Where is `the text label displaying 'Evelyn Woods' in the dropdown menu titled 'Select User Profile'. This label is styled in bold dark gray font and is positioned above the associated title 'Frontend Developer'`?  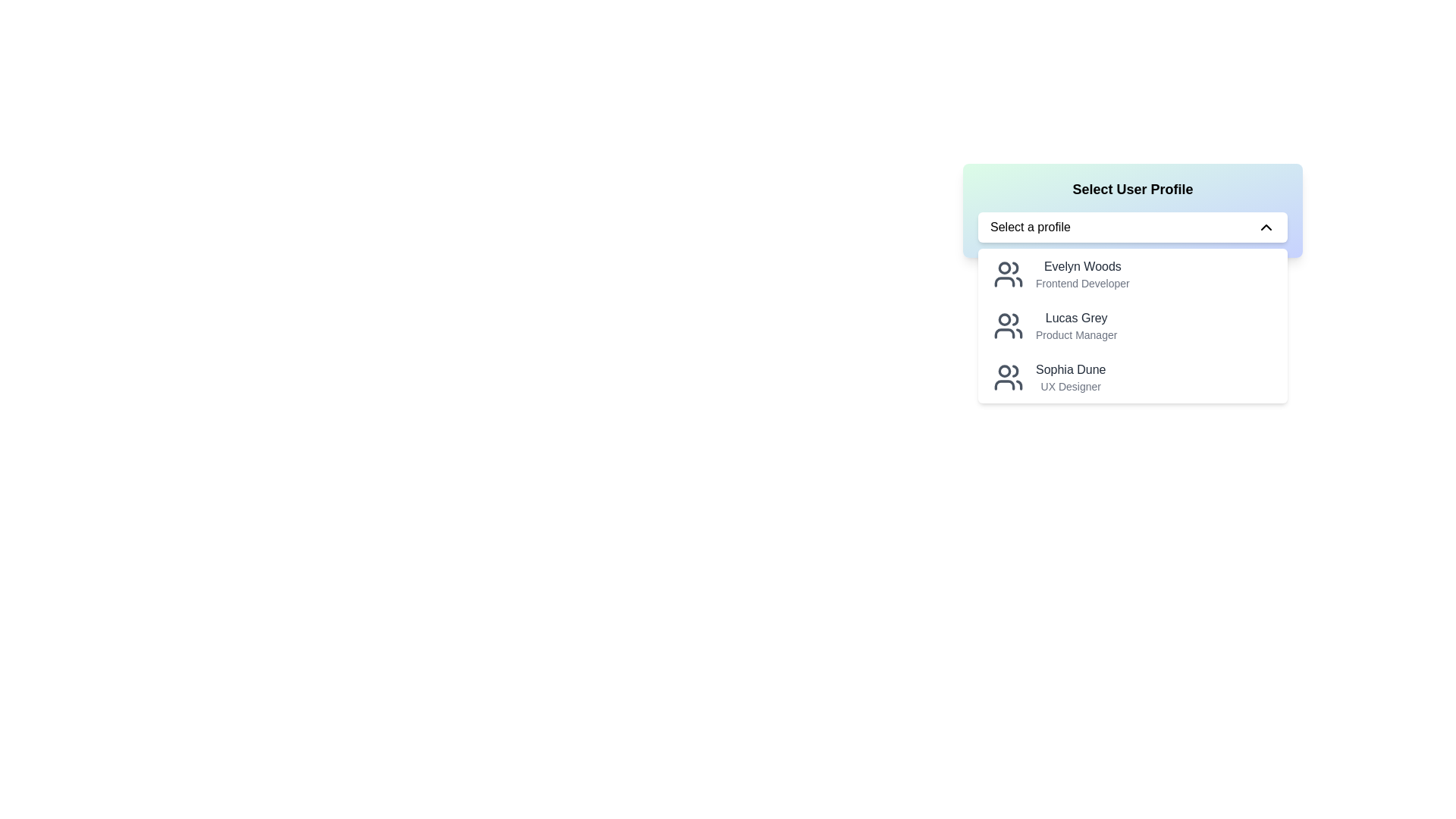
the text label displaying 'Evelyn Woods' in the dropdown menu titled 'Select User Profile'. This label is styled in bold dark gray font and is positioned above the associated title 'Frontend Developer' is located at coordinates (1081, 265).